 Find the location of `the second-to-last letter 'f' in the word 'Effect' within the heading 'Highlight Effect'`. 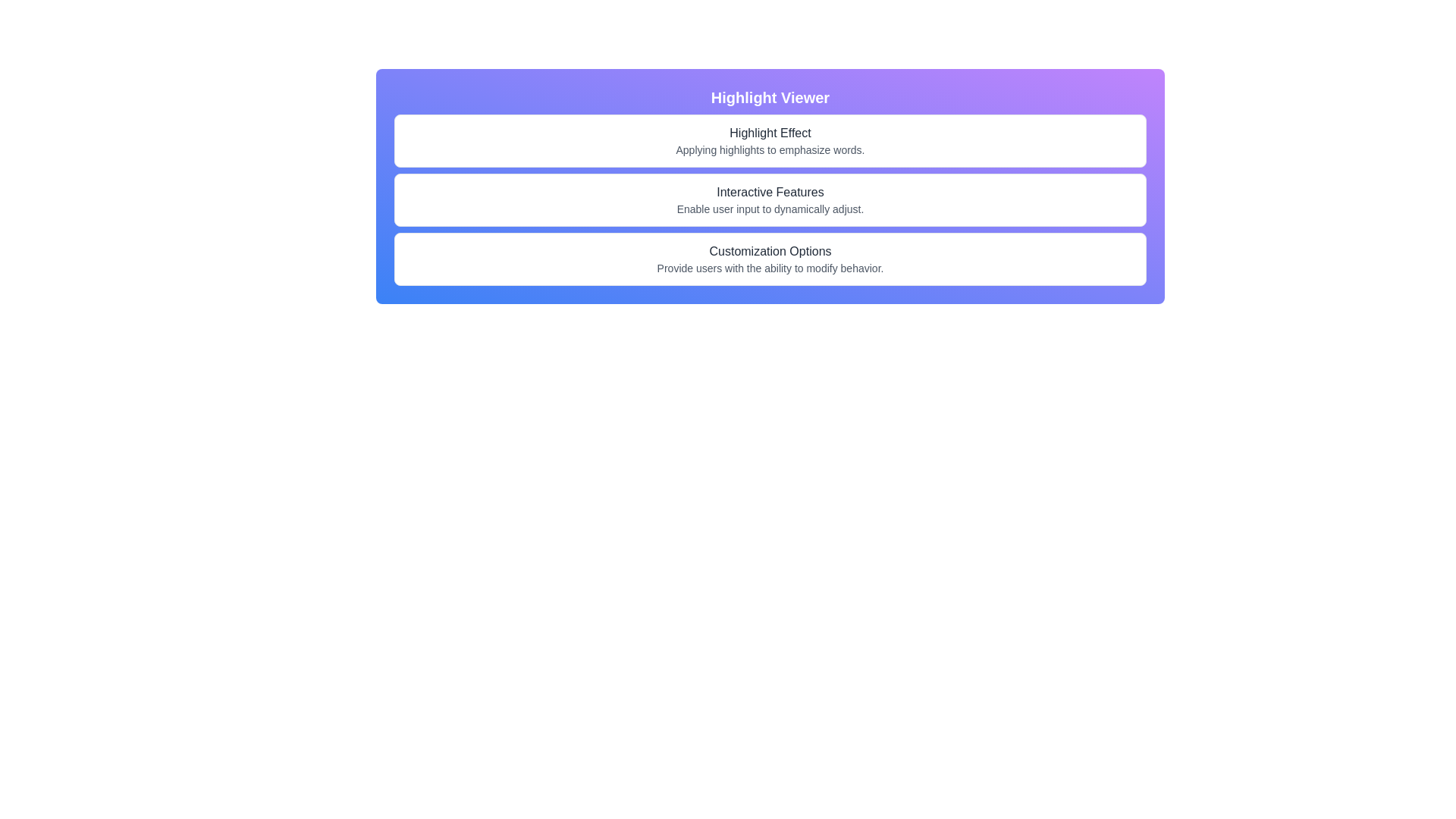

the second-to-last letter 'f' in the word 'Effect' within the heading 'Highlight Effect' is located at coordinates (789, 132).